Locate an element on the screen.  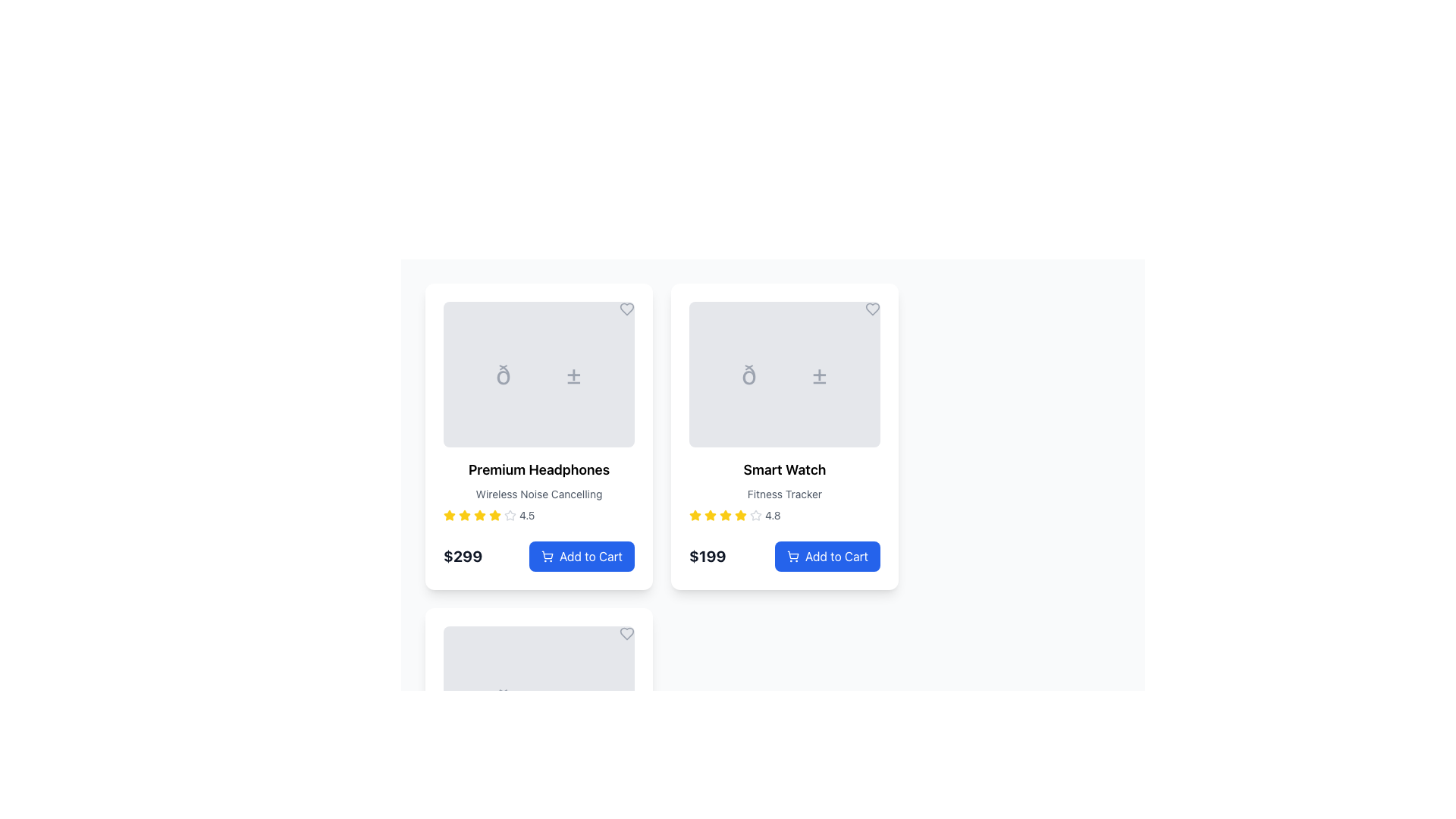
the 'Add to Cart' text within the button is located at coordinates (590, 556).